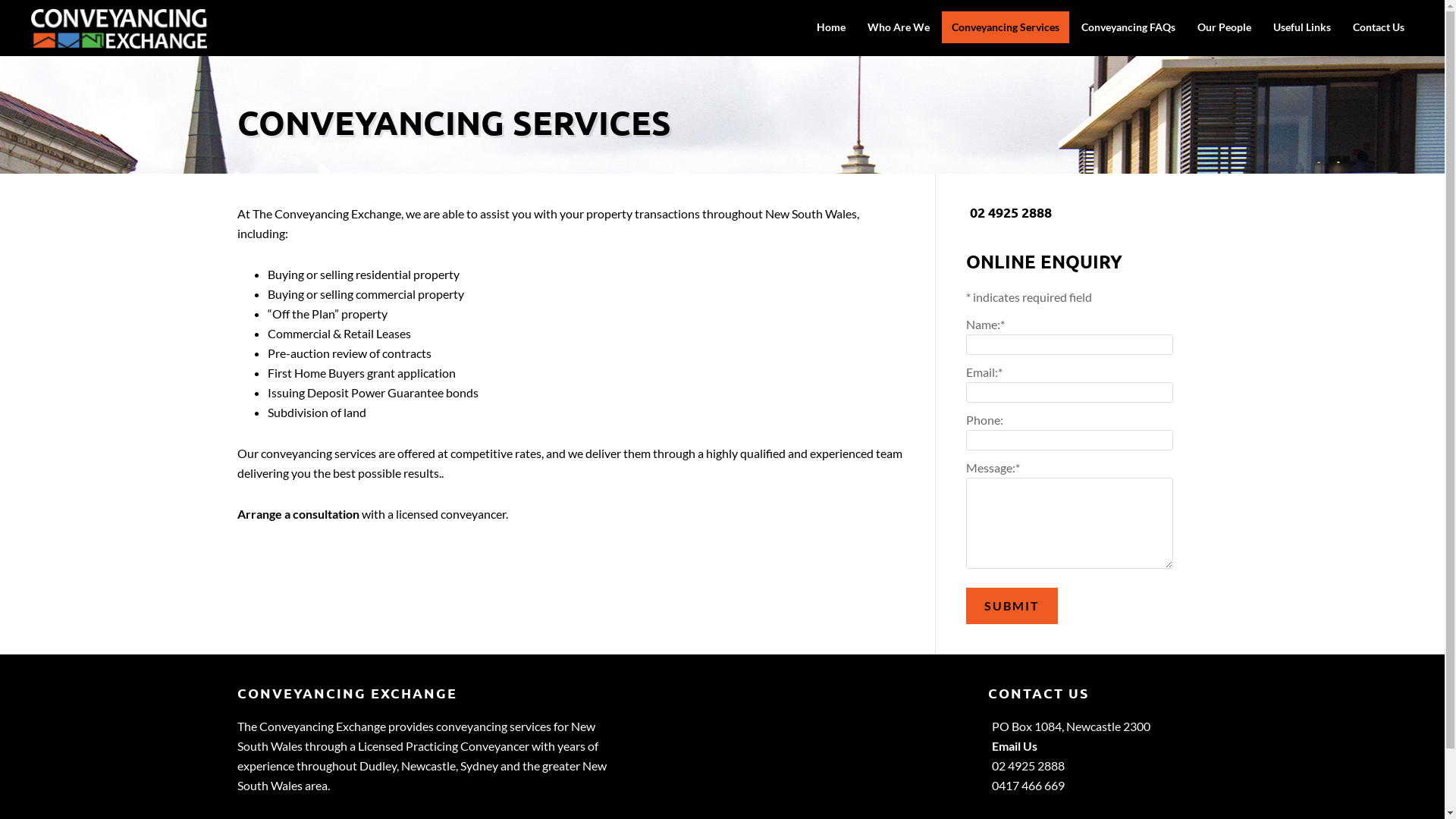 The image size is (1456, 819). I want to click on 'Contact Us', so click(1343, 27).